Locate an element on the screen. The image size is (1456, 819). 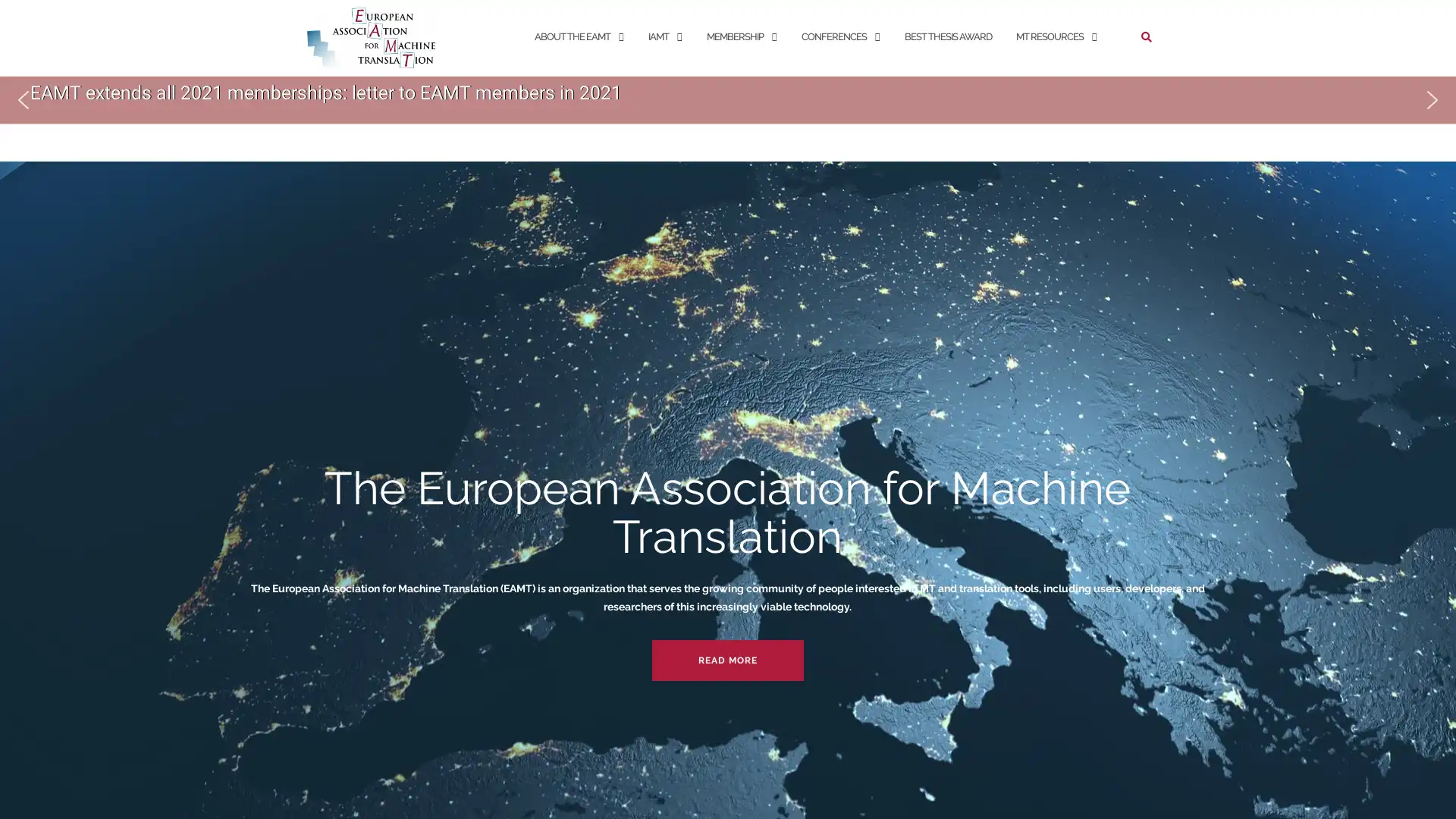
next arrow is located at coordinates (1432, 99).